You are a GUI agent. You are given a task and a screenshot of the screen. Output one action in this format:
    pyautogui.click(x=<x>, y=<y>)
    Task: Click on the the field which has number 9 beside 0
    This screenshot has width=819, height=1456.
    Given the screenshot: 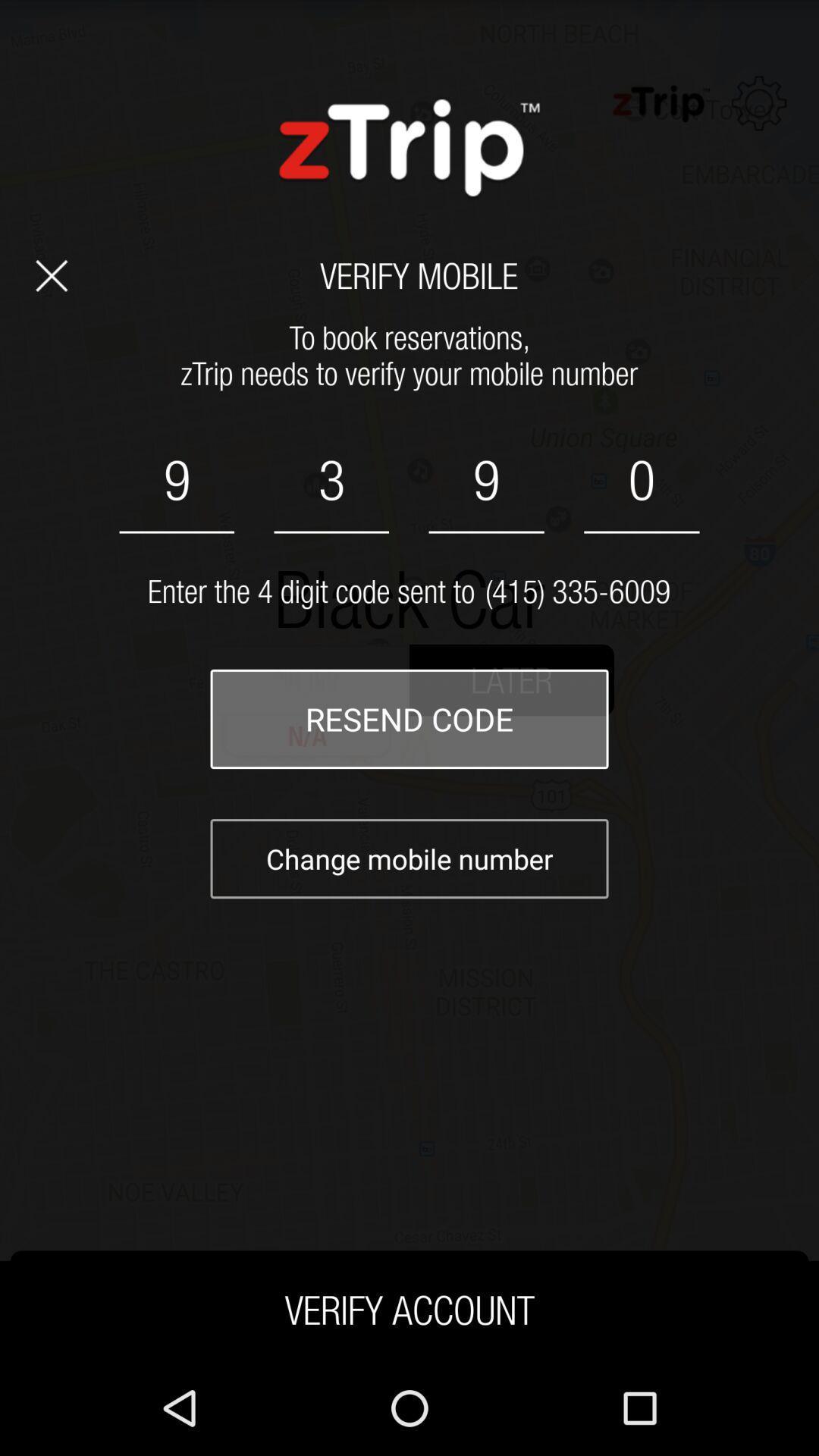 What is the action you would take?
    pyautogui.click(x=486, y=480)
    